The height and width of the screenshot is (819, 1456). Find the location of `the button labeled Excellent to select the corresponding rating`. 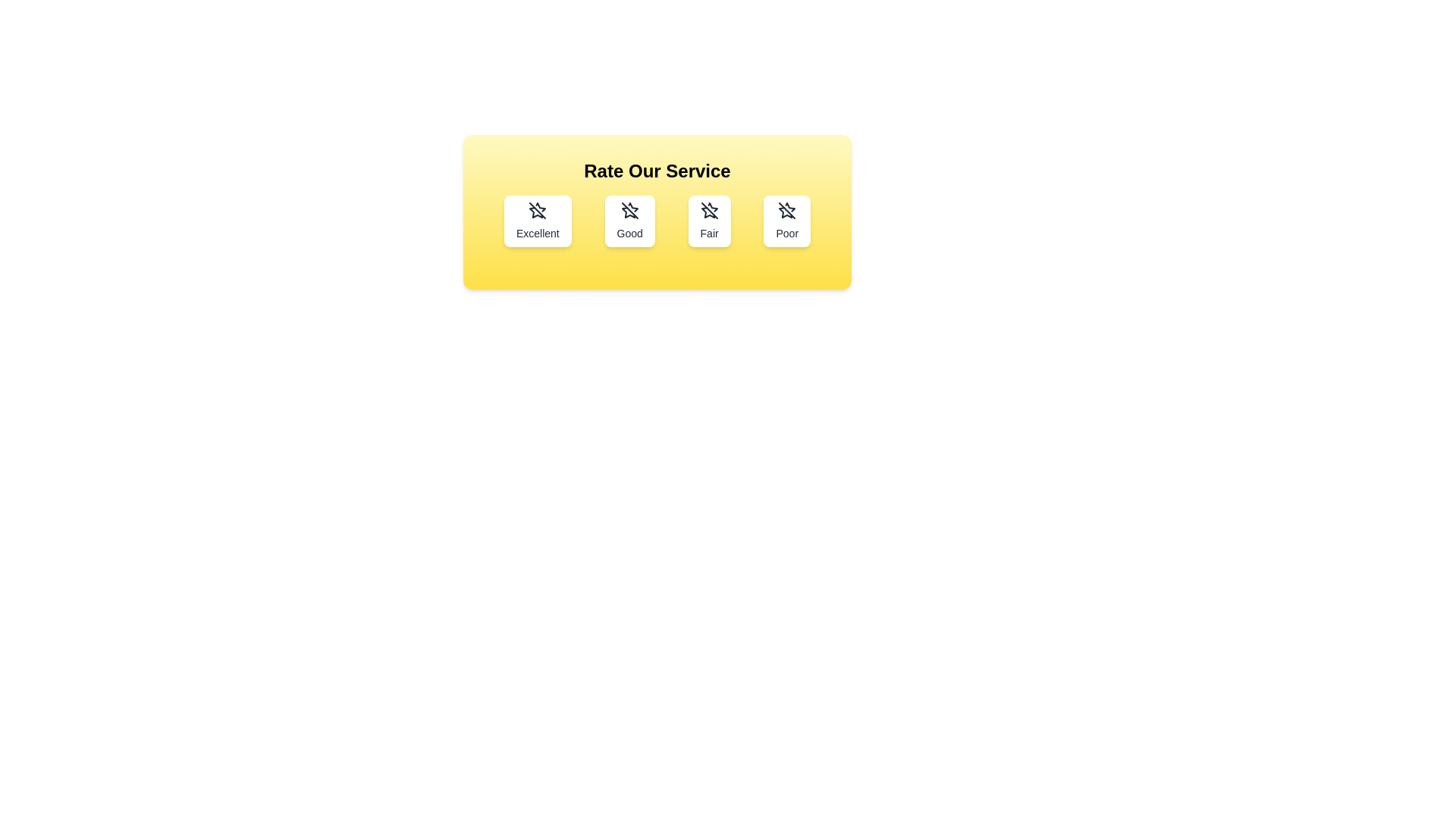

the button labeled Excellent to select the corresponding rating is located at coordinates (538, 221).